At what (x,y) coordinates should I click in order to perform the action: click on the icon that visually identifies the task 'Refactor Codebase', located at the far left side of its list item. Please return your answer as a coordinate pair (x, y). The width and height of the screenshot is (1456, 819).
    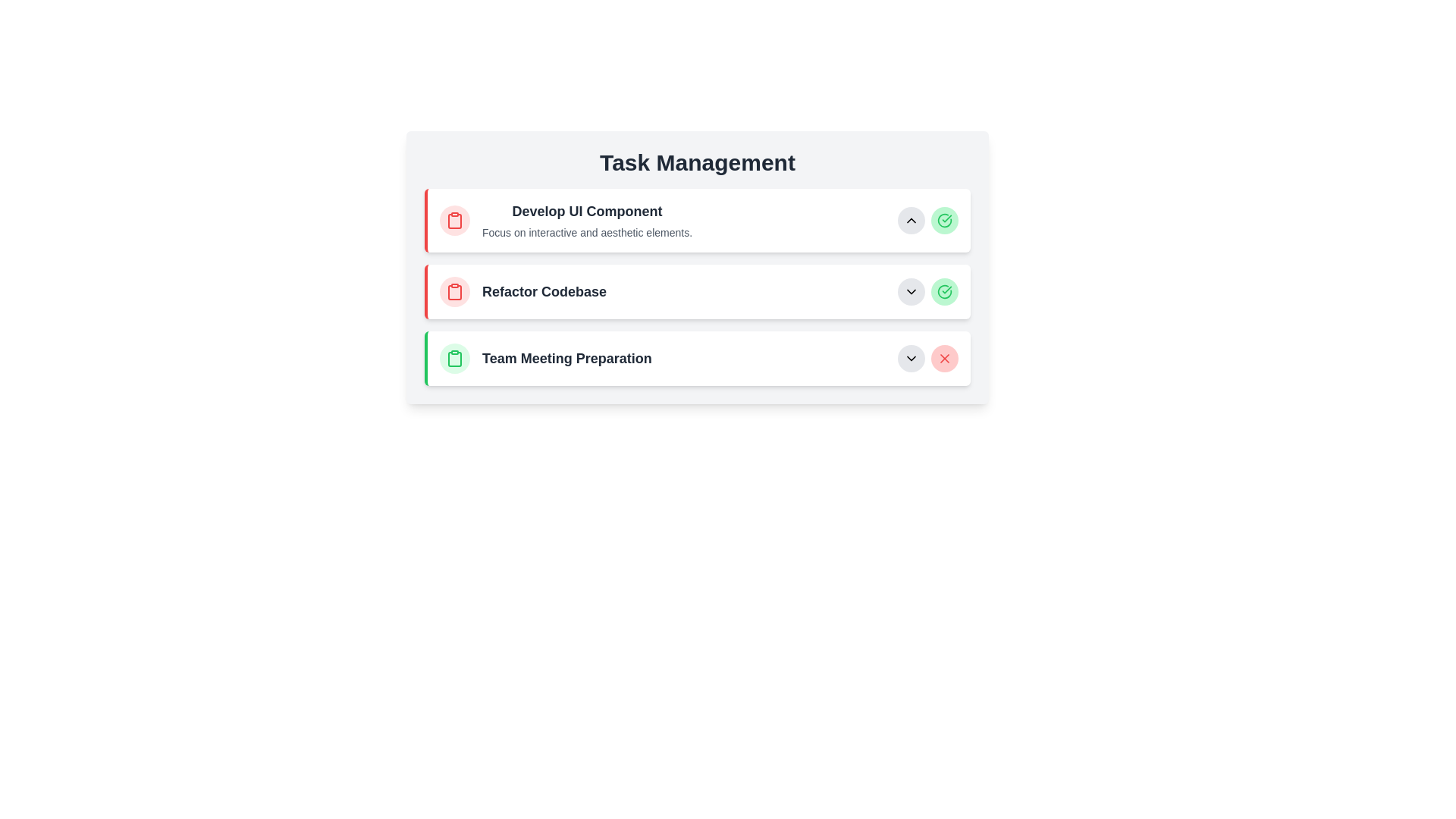
    Looking at the image, I should click on (454, 292).